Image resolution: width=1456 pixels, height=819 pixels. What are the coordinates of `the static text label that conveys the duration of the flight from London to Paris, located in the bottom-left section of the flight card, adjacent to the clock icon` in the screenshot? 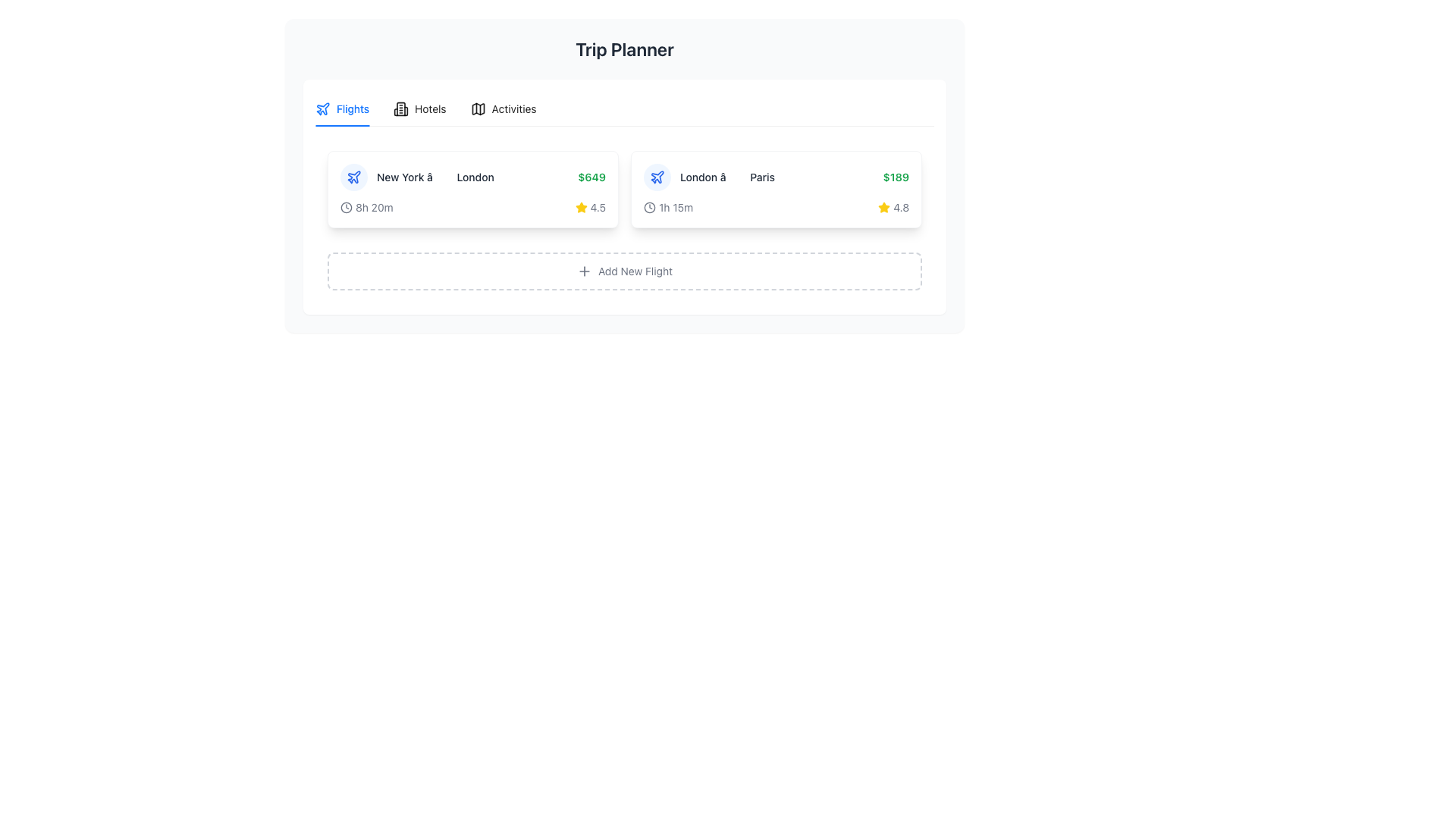 It's located at (675, 207).